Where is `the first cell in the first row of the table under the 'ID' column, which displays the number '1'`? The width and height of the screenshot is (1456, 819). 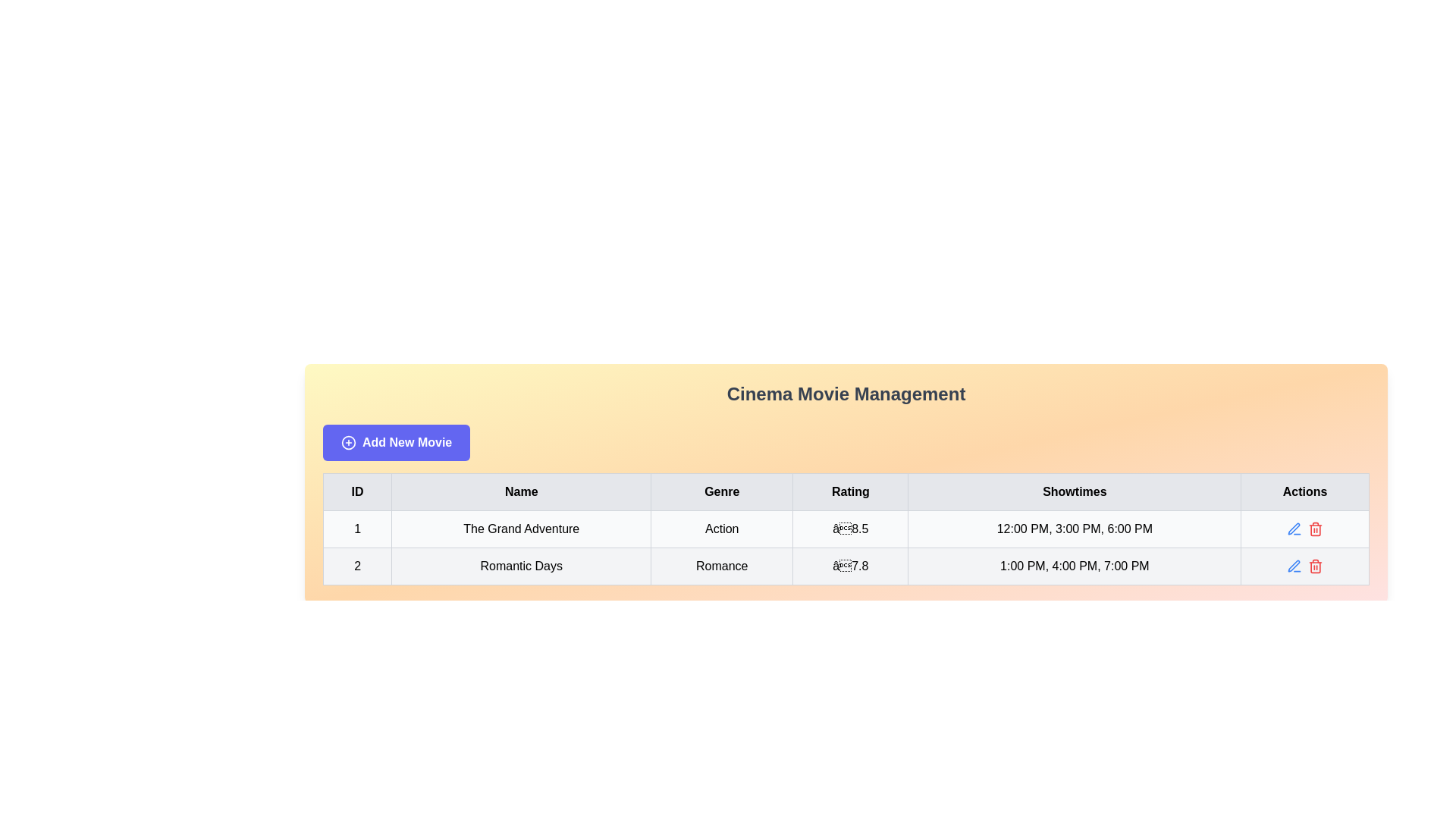 the first cell in the first row of the table under the 'ID' column, which displays the number '1' is located at coordinates (356, 529).